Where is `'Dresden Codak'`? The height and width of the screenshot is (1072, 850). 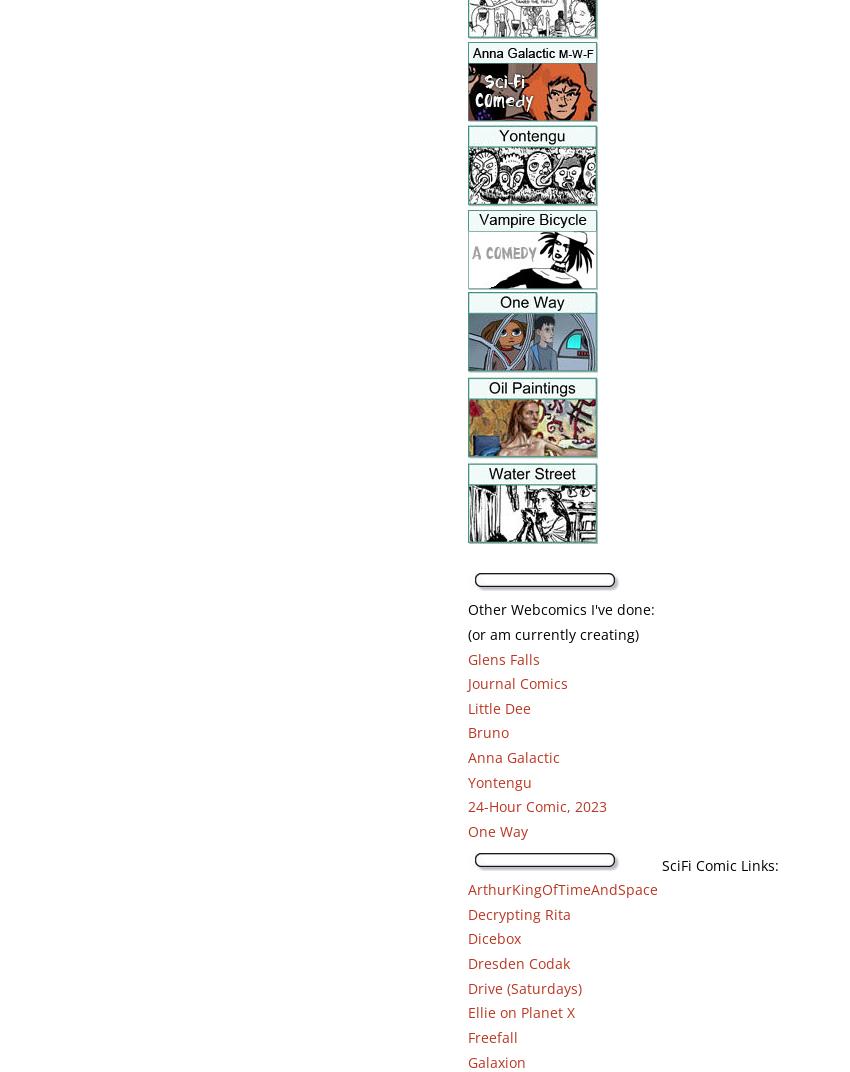 'Dresden Codak' is located at coordinates (516, 962).